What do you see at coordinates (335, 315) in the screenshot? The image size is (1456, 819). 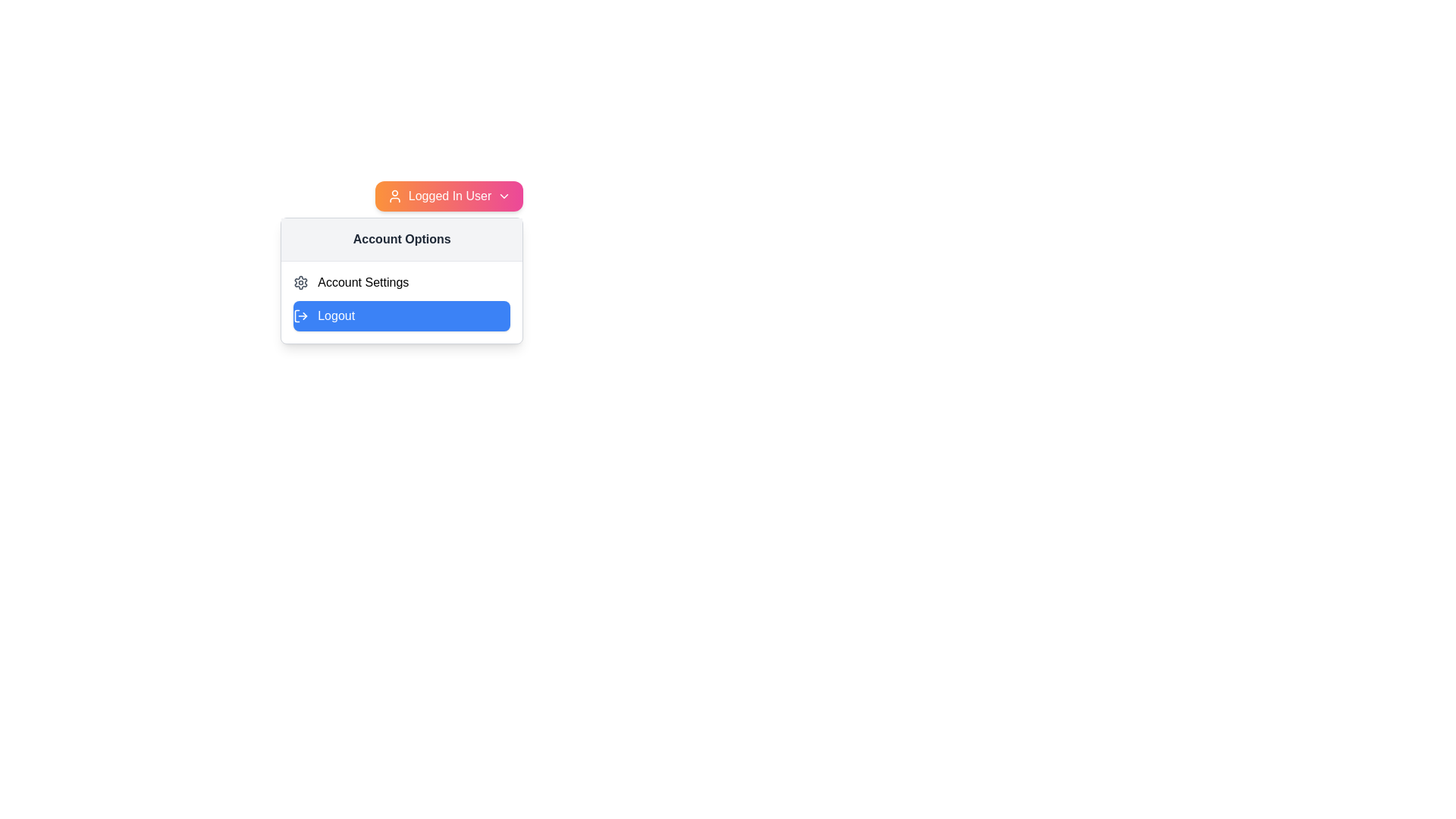 I see `the blue button containing the 'Logout' text label located in the 'Account Options' section underneath 'Account Settings'` at bounding box center [335, 315].